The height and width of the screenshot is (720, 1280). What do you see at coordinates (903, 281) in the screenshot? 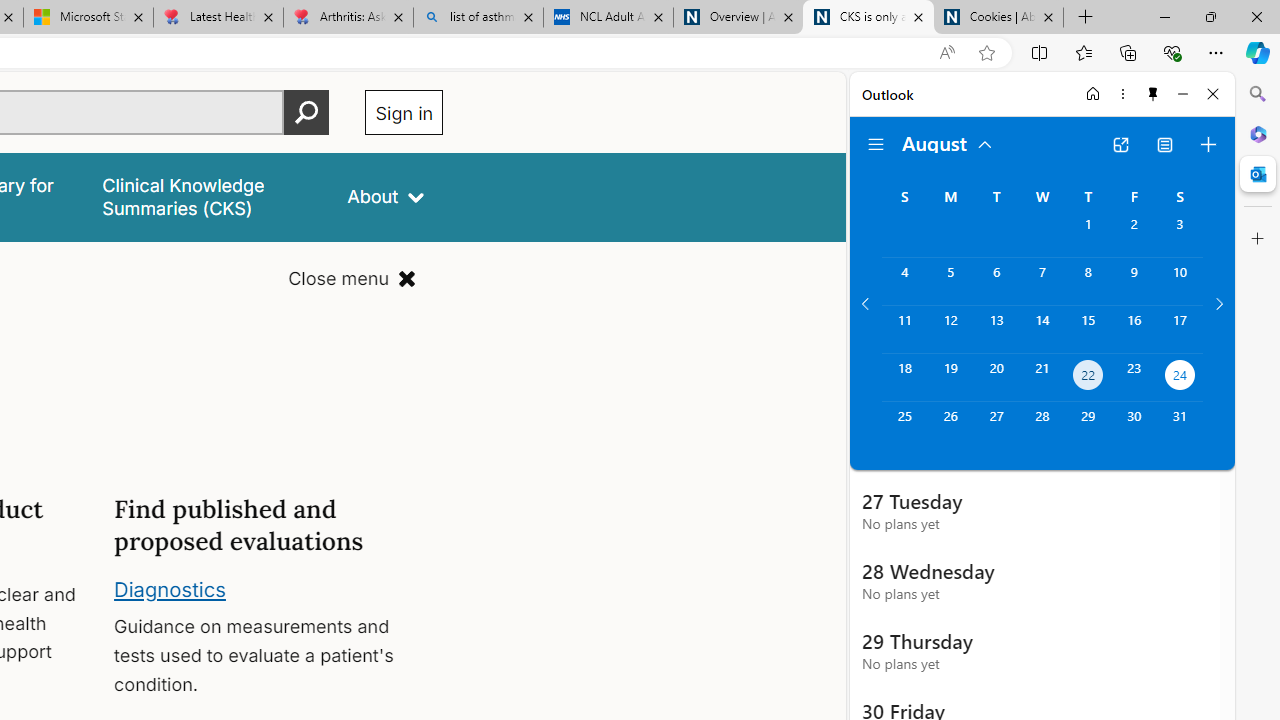
I see `'Sunday, August 4, 2024. '` at bounding box center [903, 281].